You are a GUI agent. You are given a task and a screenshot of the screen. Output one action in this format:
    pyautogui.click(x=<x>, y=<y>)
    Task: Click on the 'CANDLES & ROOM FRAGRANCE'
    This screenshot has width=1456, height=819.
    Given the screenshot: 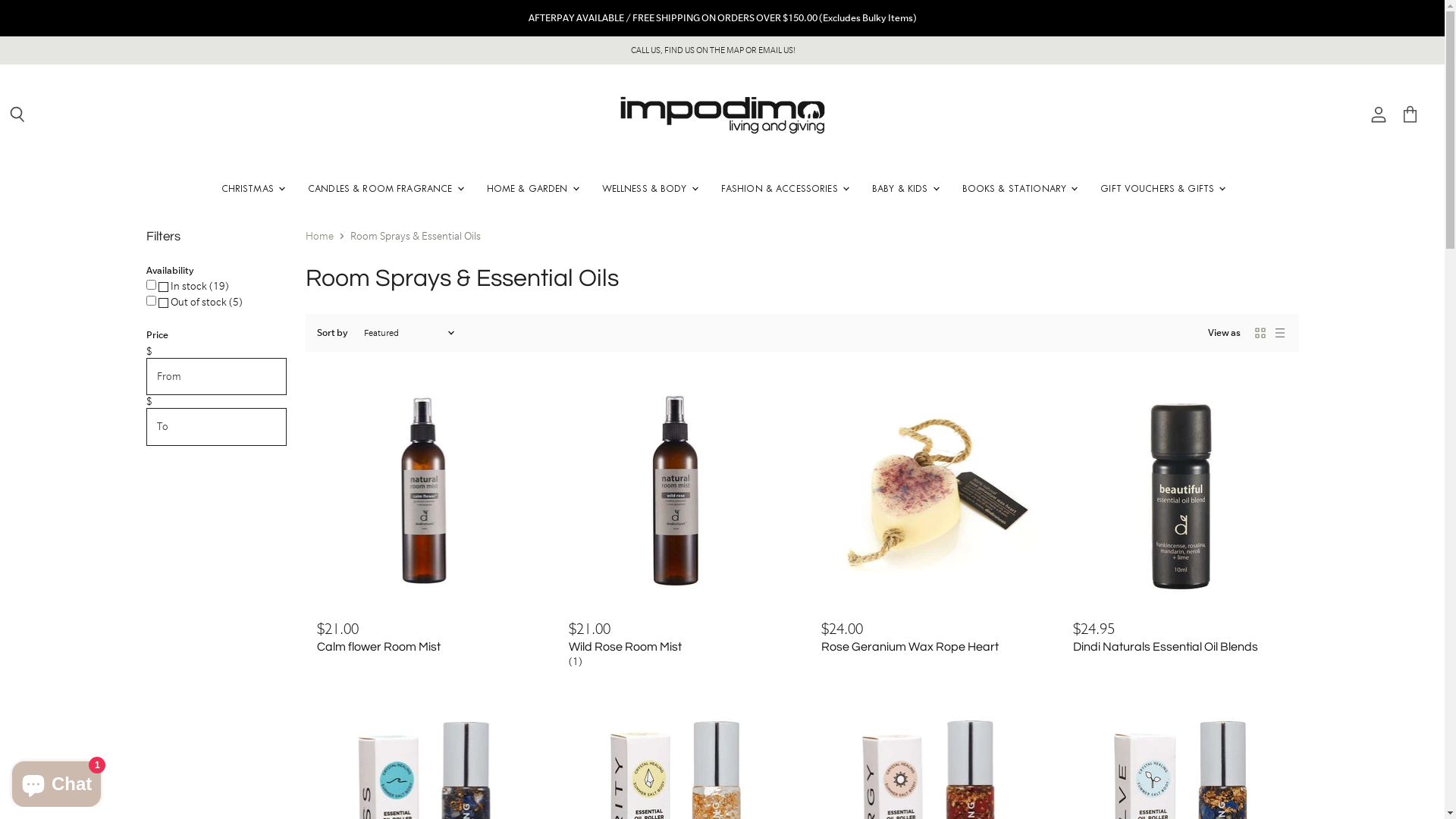 What is the action you would take?
    pyautogui.click(x=384, y=187)
    